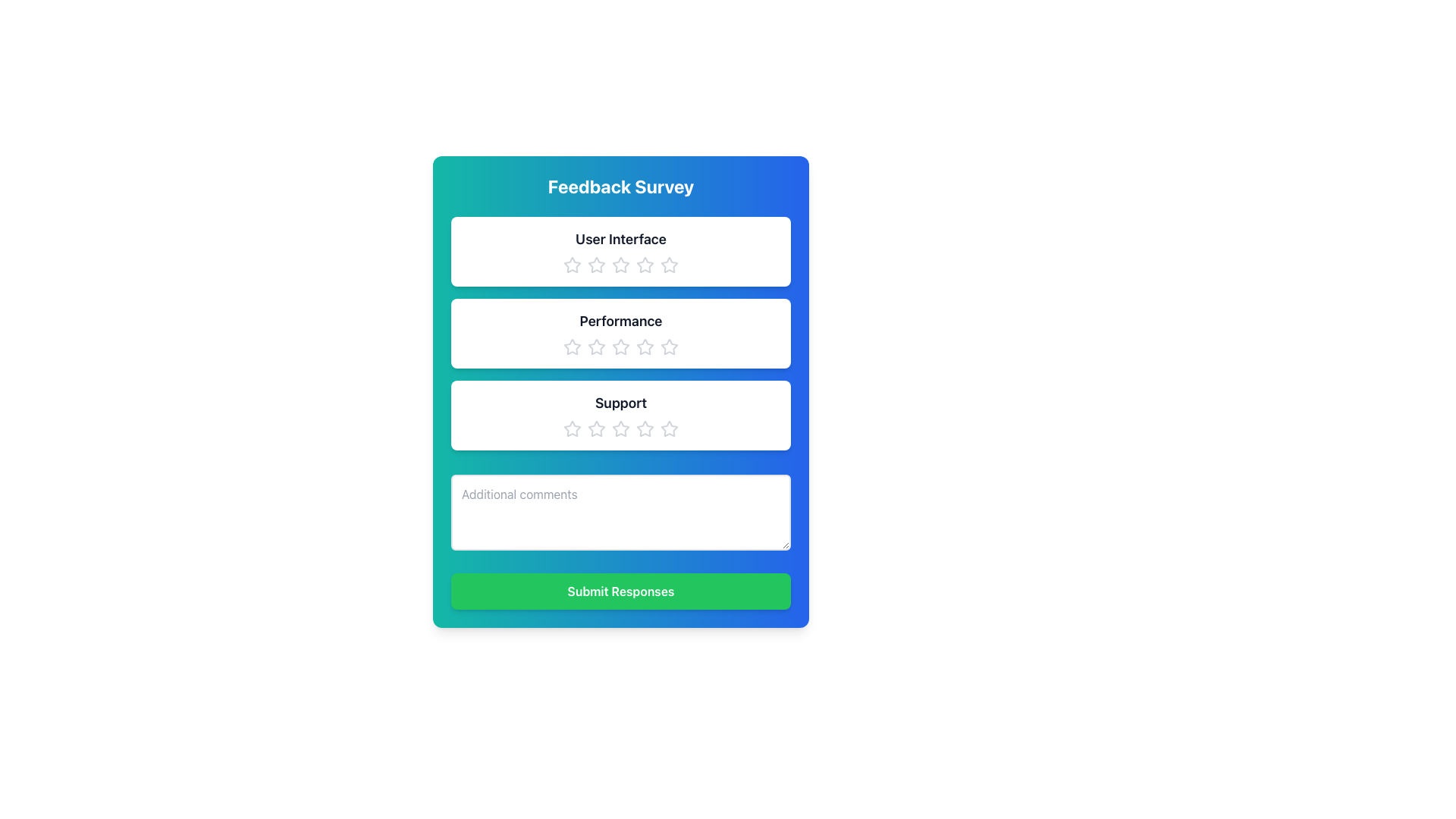  What do you see at coordinates (645, 347) in the screenshot?
I see `the fourth star in the interactive rating component under the 'Performance' section` at bounding box center [645, 347].